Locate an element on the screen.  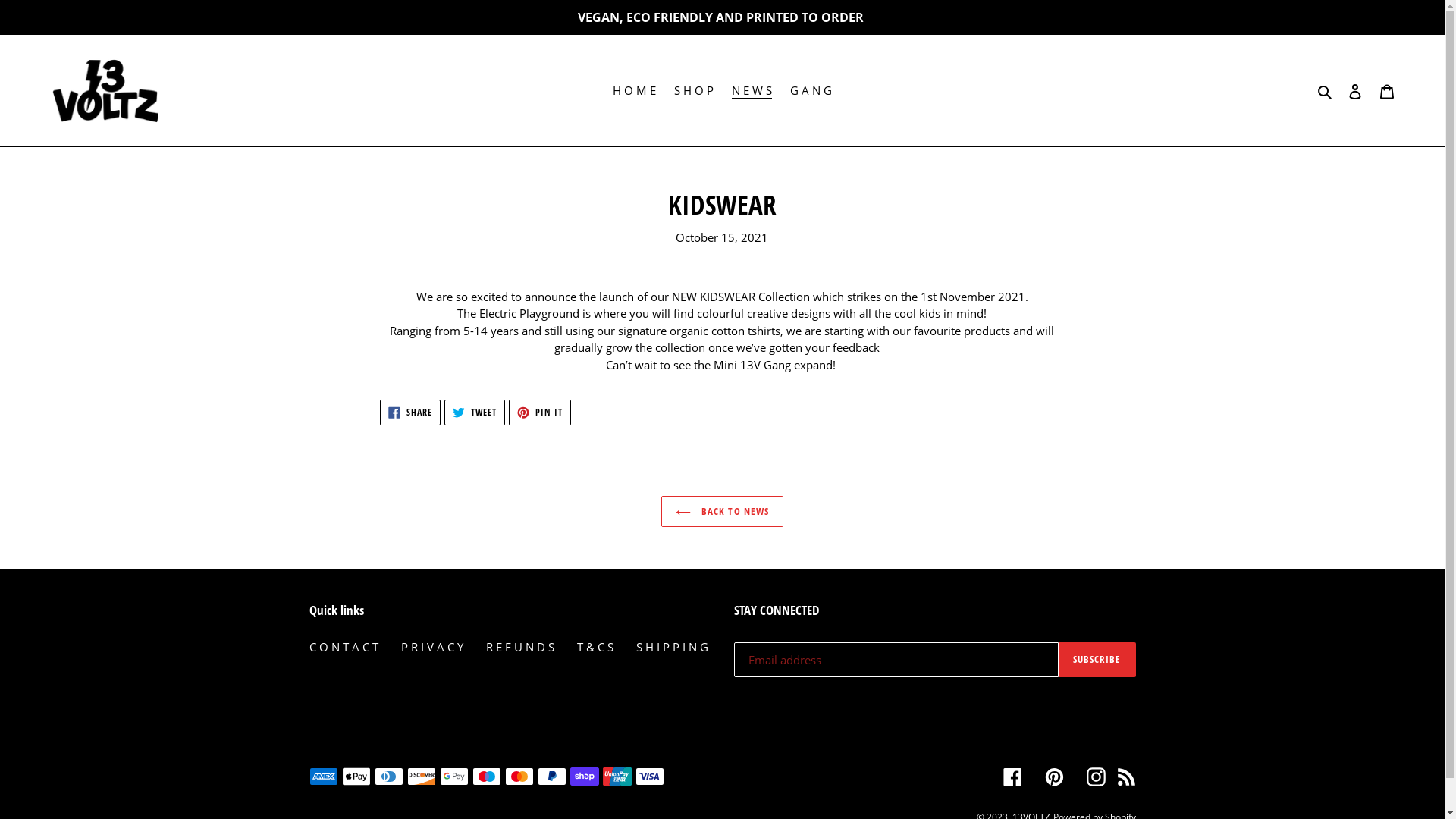
'Cart' is located at coordinates (1386, 90).